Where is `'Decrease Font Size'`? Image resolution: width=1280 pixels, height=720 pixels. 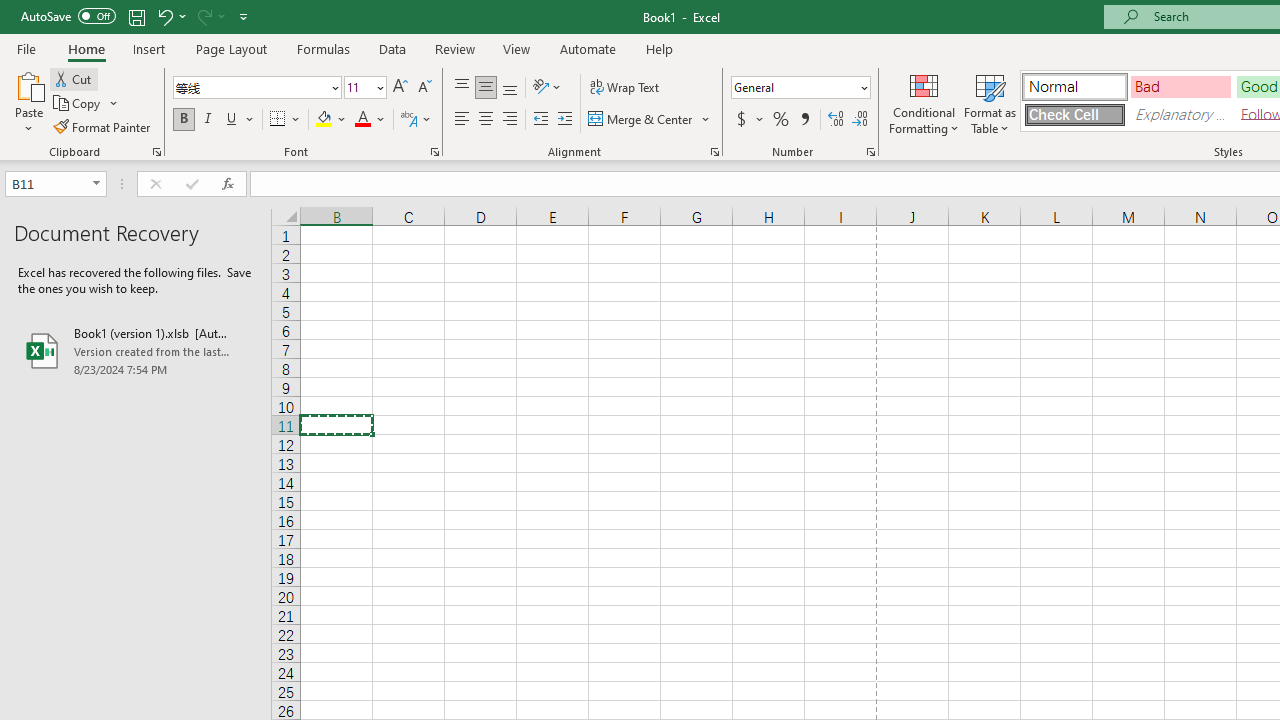
'Decrease Font Size' is located at coordinates (423, 86).